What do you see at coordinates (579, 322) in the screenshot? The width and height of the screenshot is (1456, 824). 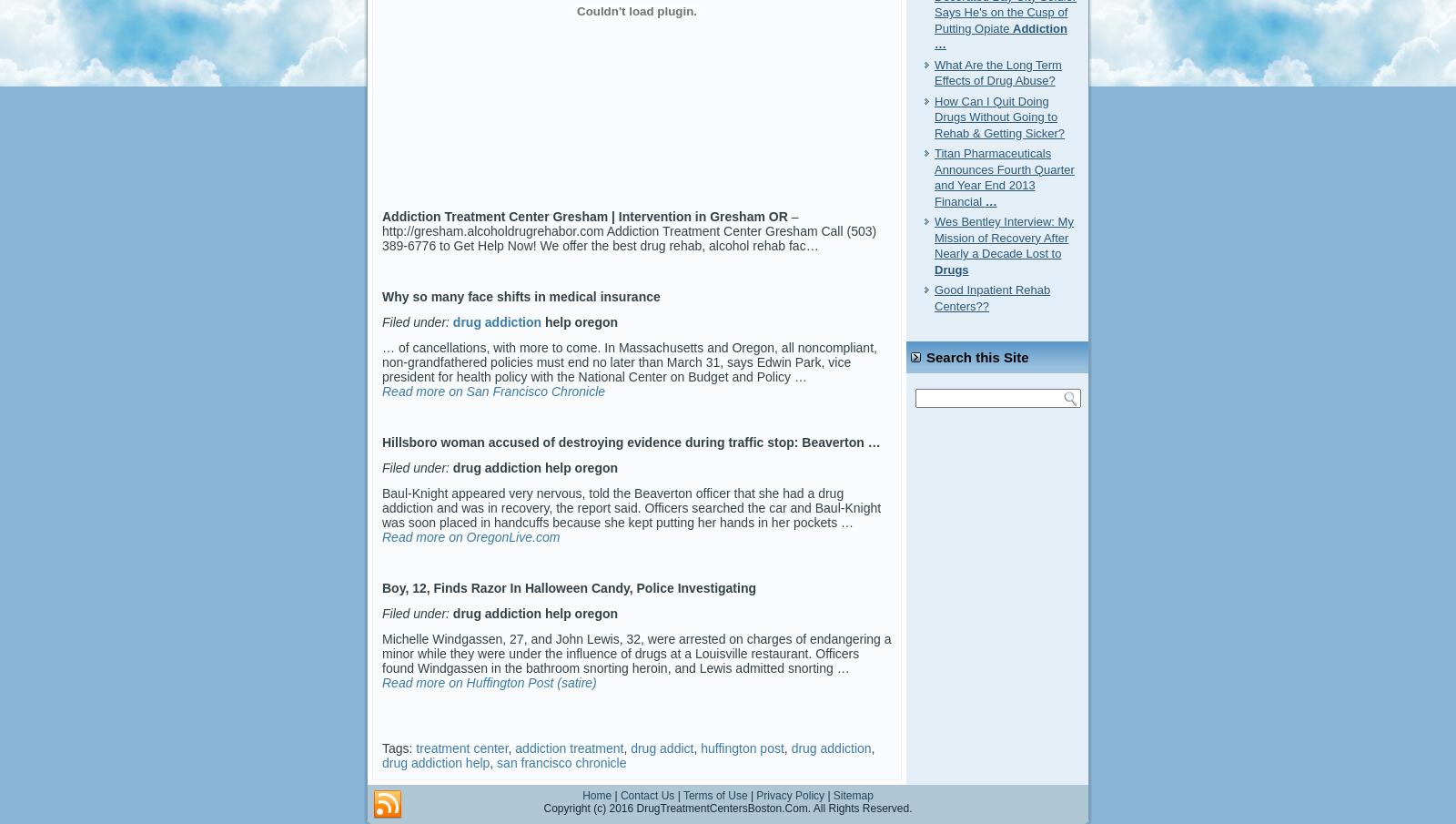 I see `'help oregon'` at bounding box center [579, 322].